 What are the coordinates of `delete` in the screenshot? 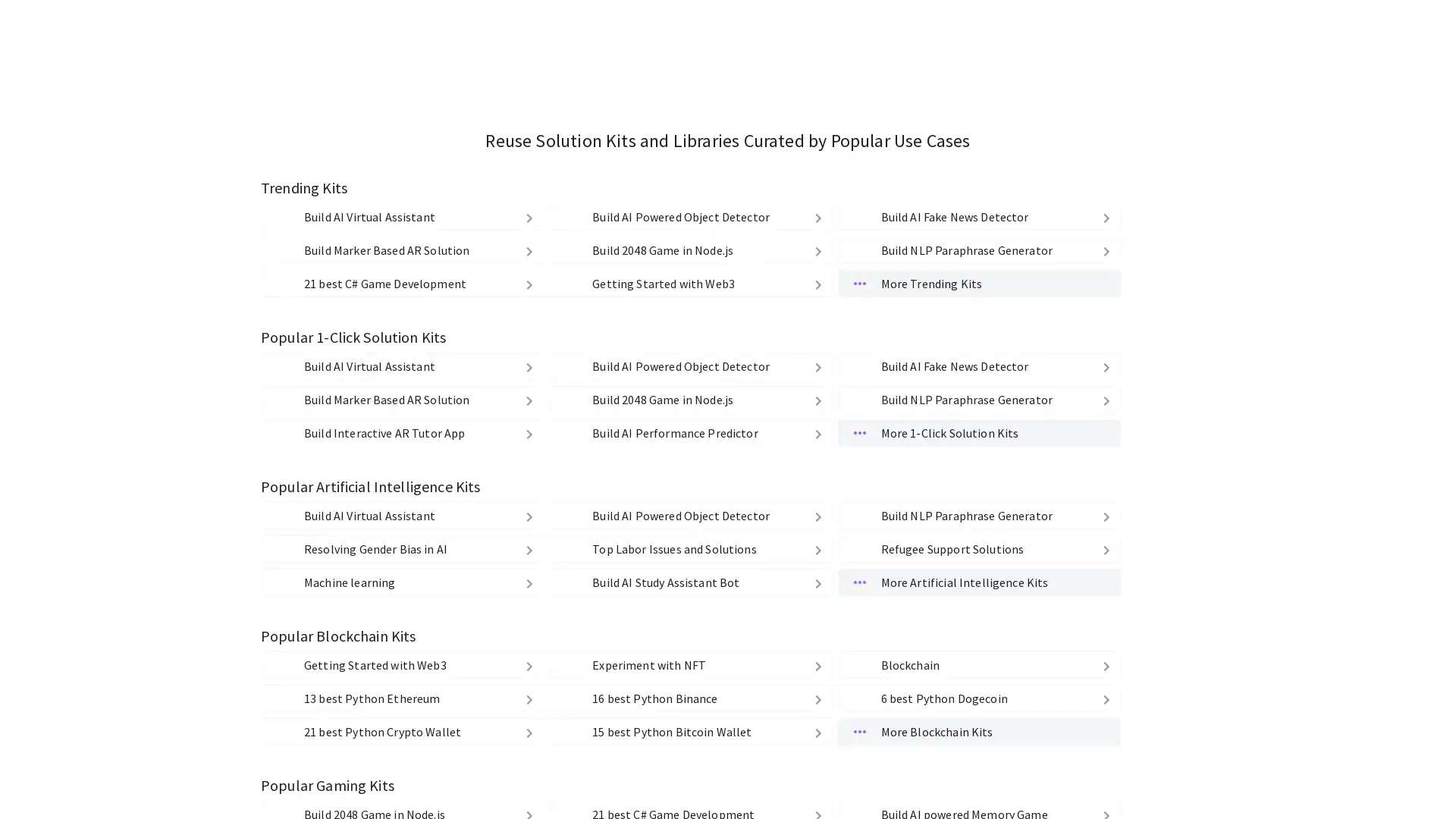 It's located at (517, 665).